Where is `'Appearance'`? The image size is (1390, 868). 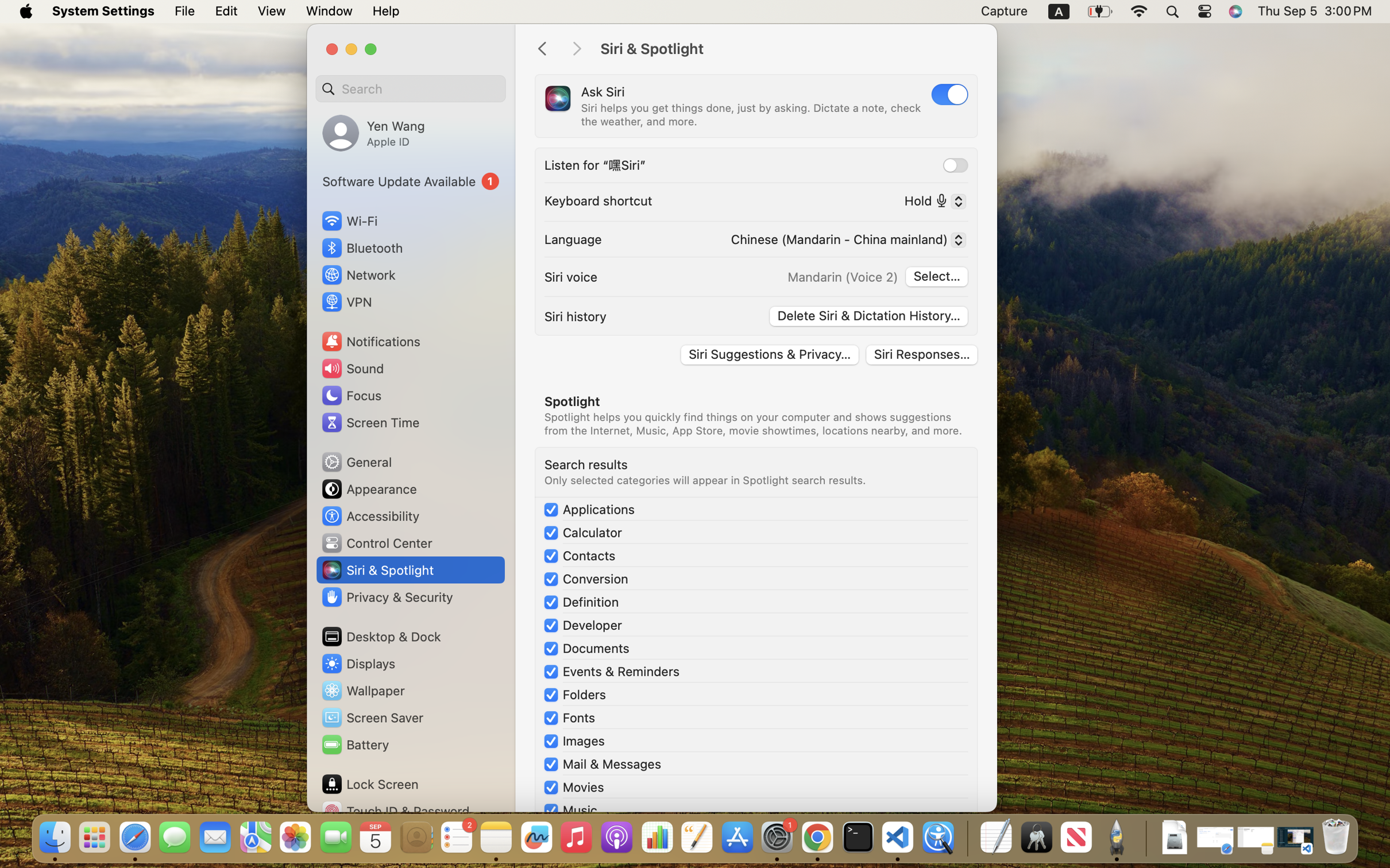 'Appearance' is located at coordinates (368, 489).